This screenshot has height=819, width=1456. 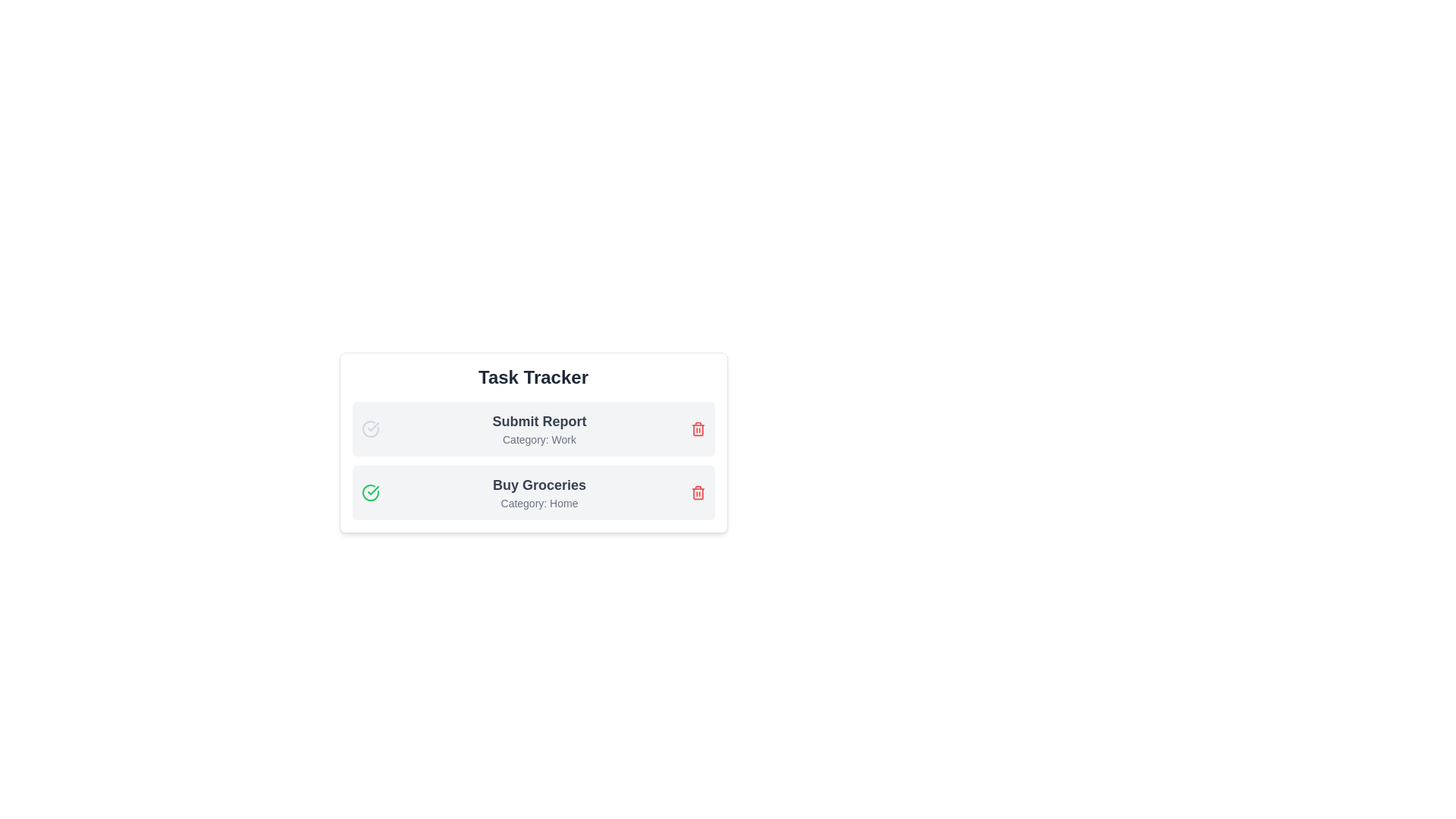 What do you see at coordinates (697, 493) in the screenshot?
I see `the trash icon for the task titled 'Buy Groceries' to delete it` at bounding box center [697, 493].